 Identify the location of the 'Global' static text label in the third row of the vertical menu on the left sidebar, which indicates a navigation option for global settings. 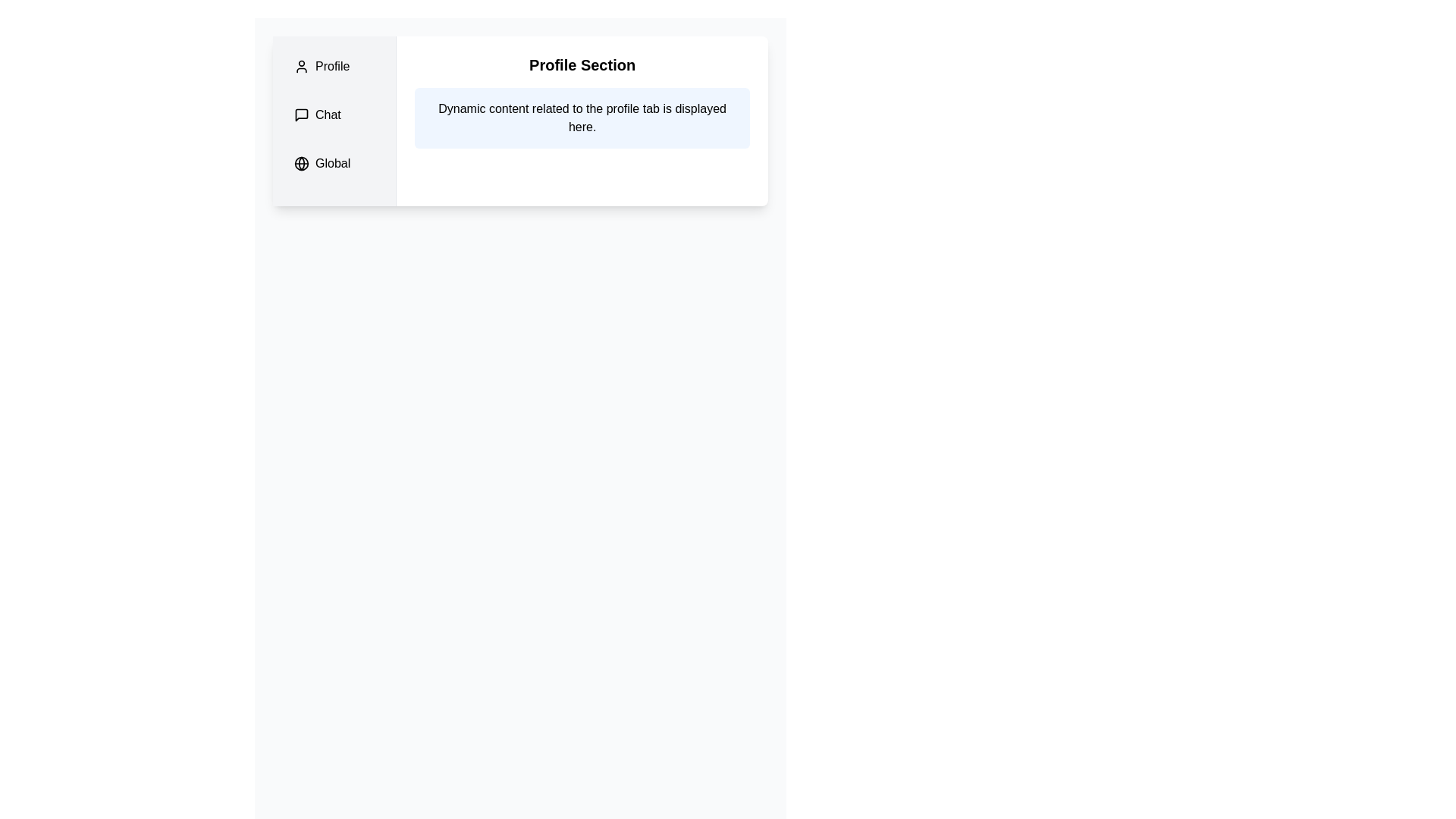
(332, 164).